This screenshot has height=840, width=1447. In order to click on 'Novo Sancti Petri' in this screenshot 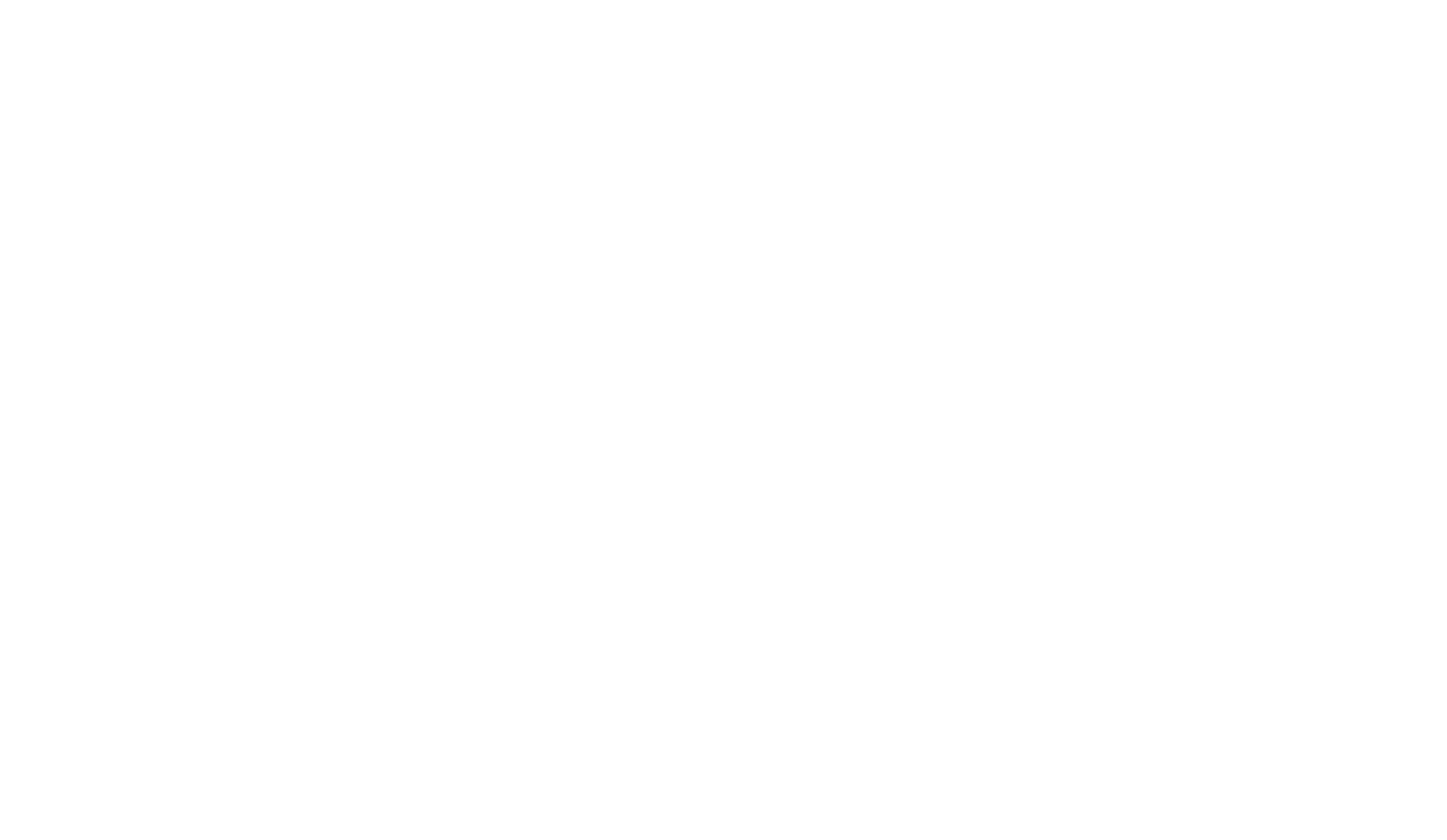, I will do `click(1041, 578)`.